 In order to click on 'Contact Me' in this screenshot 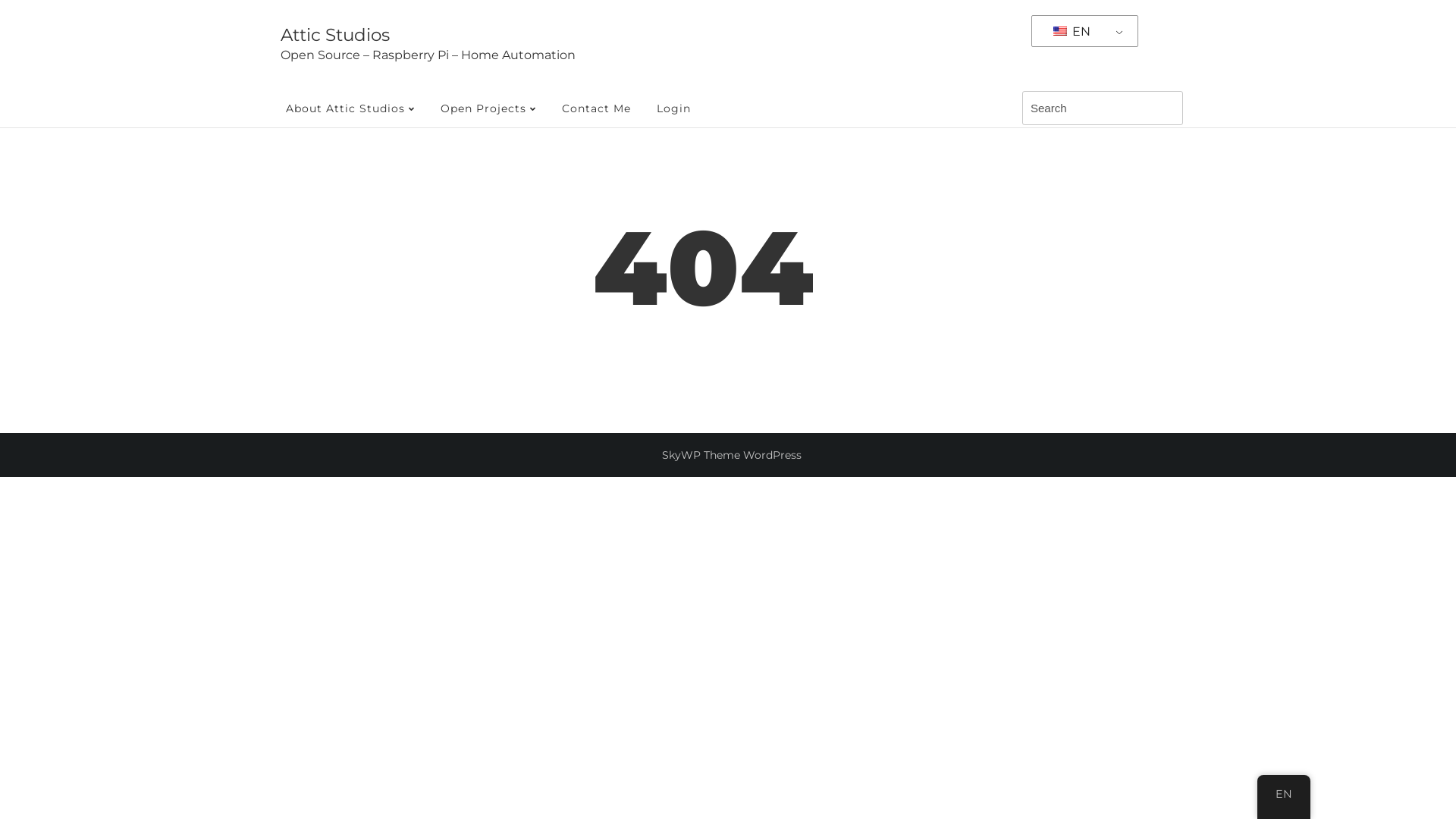, I will do `click(549, 107)`.